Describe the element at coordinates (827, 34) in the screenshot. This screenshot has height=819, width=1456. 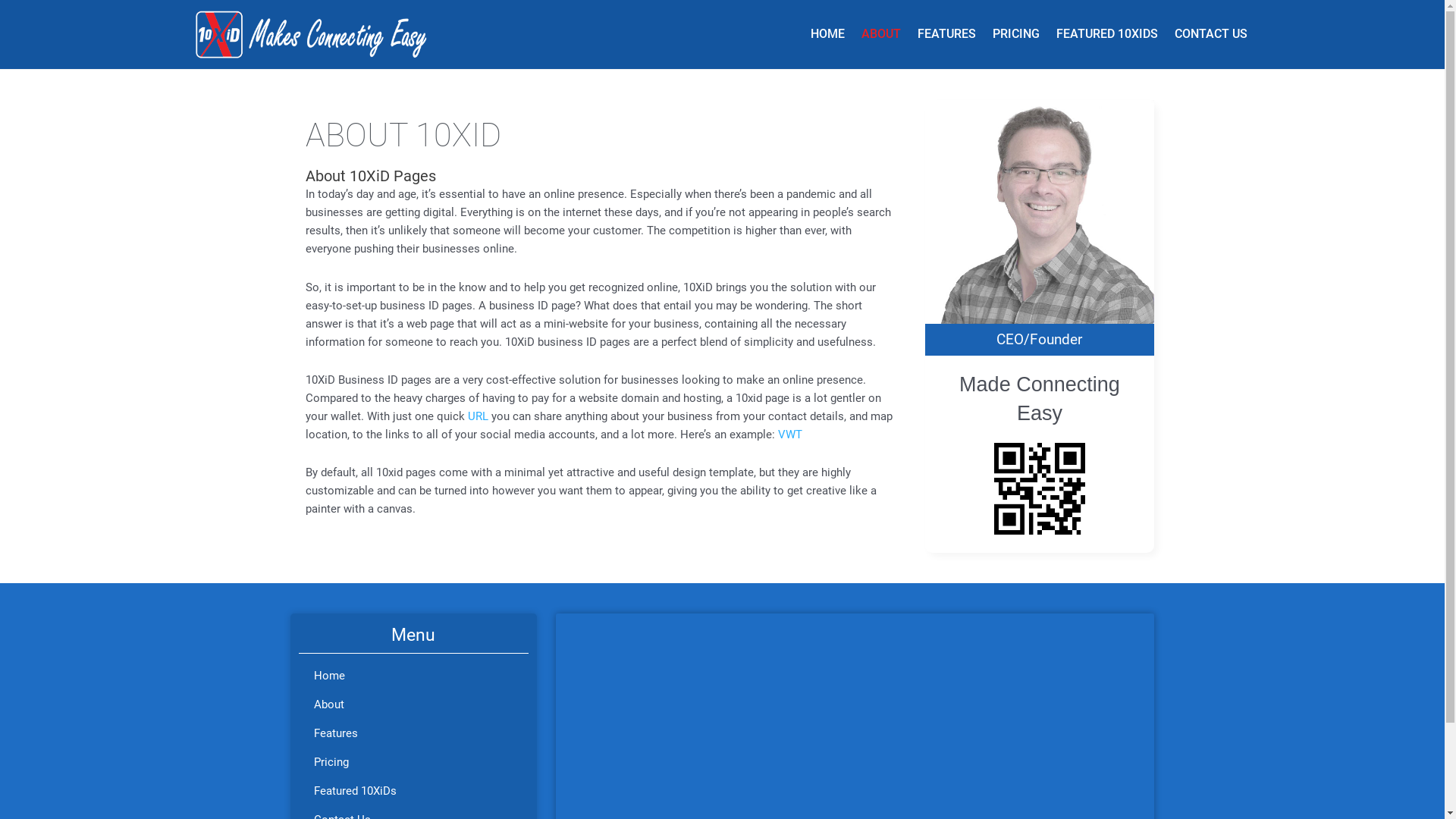
I see `'HOME'` at that location.